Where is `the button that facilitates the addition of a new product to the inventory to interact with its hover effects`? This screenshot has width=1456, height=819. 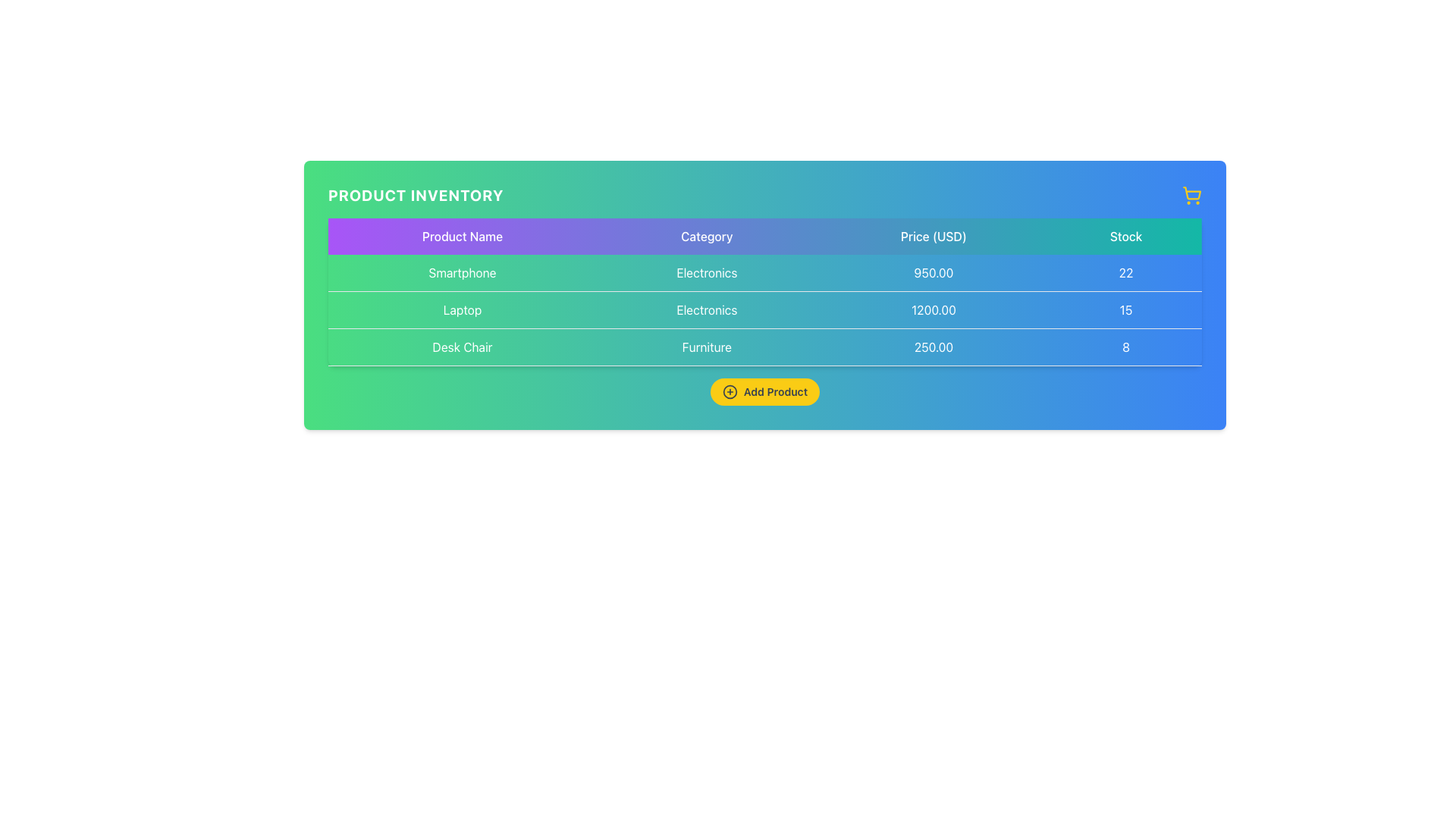 the button that facilitates the addition of a new product to the inventory to interact with its hover effects is located at coordinates (764, 391).